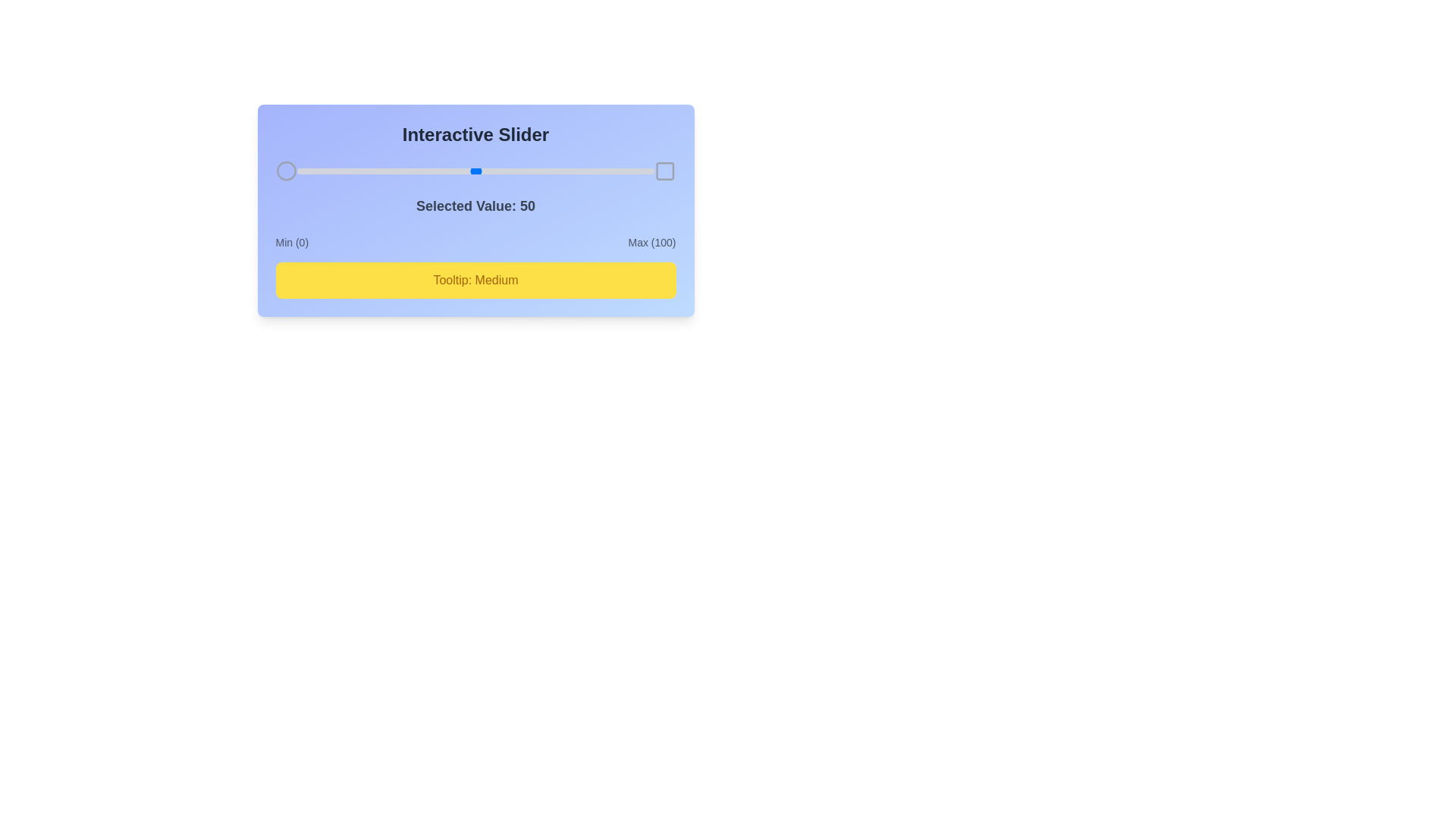 The image size is (1456, 819). What do you see at coordinates (651, 171) in the screenshot?
I see `the slider to set its value to 99` at bounding box center [651, 171].